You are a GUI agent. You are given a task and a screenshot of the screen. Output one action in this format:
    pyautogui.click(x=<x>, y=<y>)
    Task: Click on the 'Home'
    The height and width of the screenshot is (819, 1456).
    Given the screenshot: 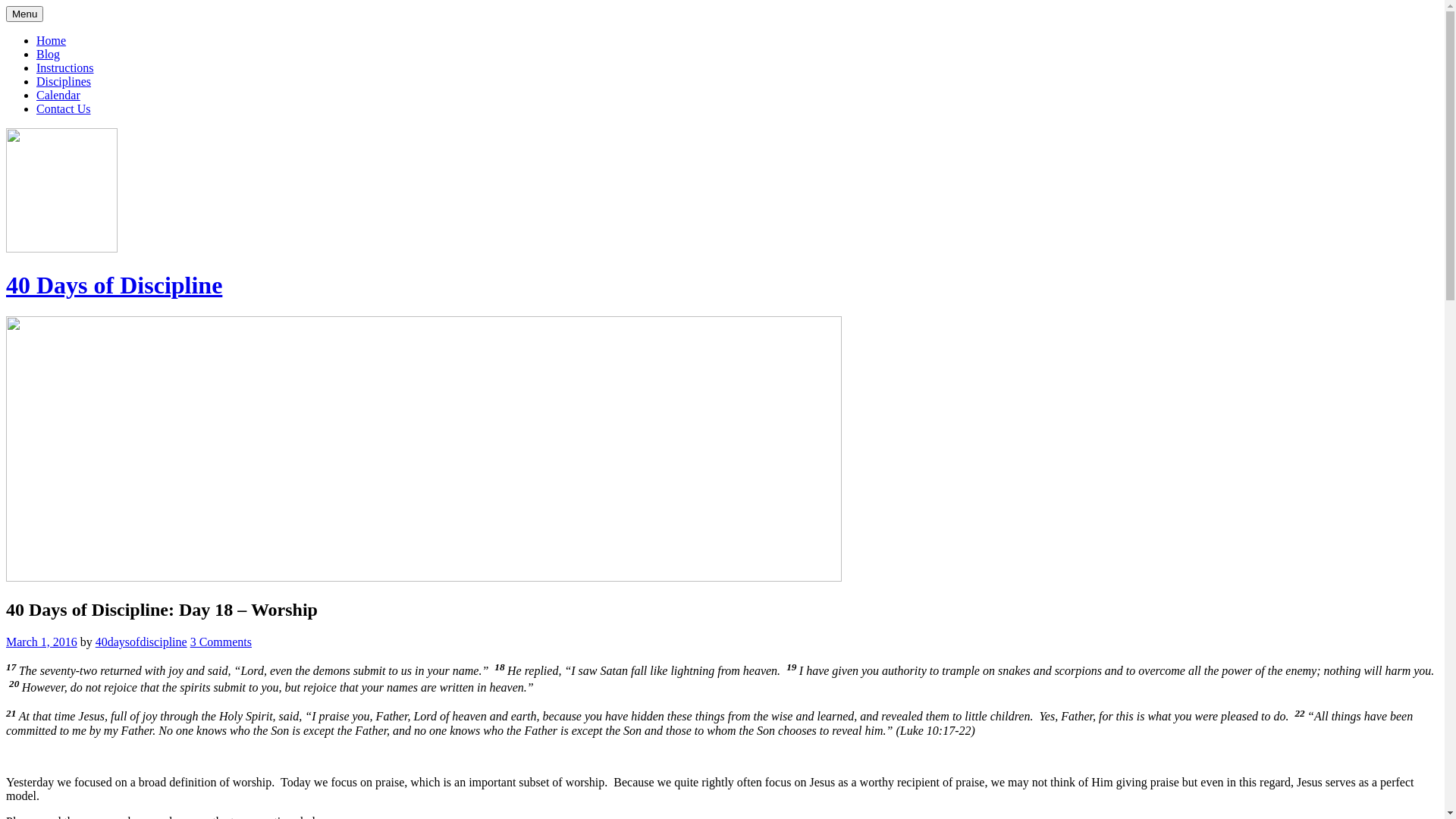 What is the action you would take?
    pyautogui.click(x=51, y=39)
    